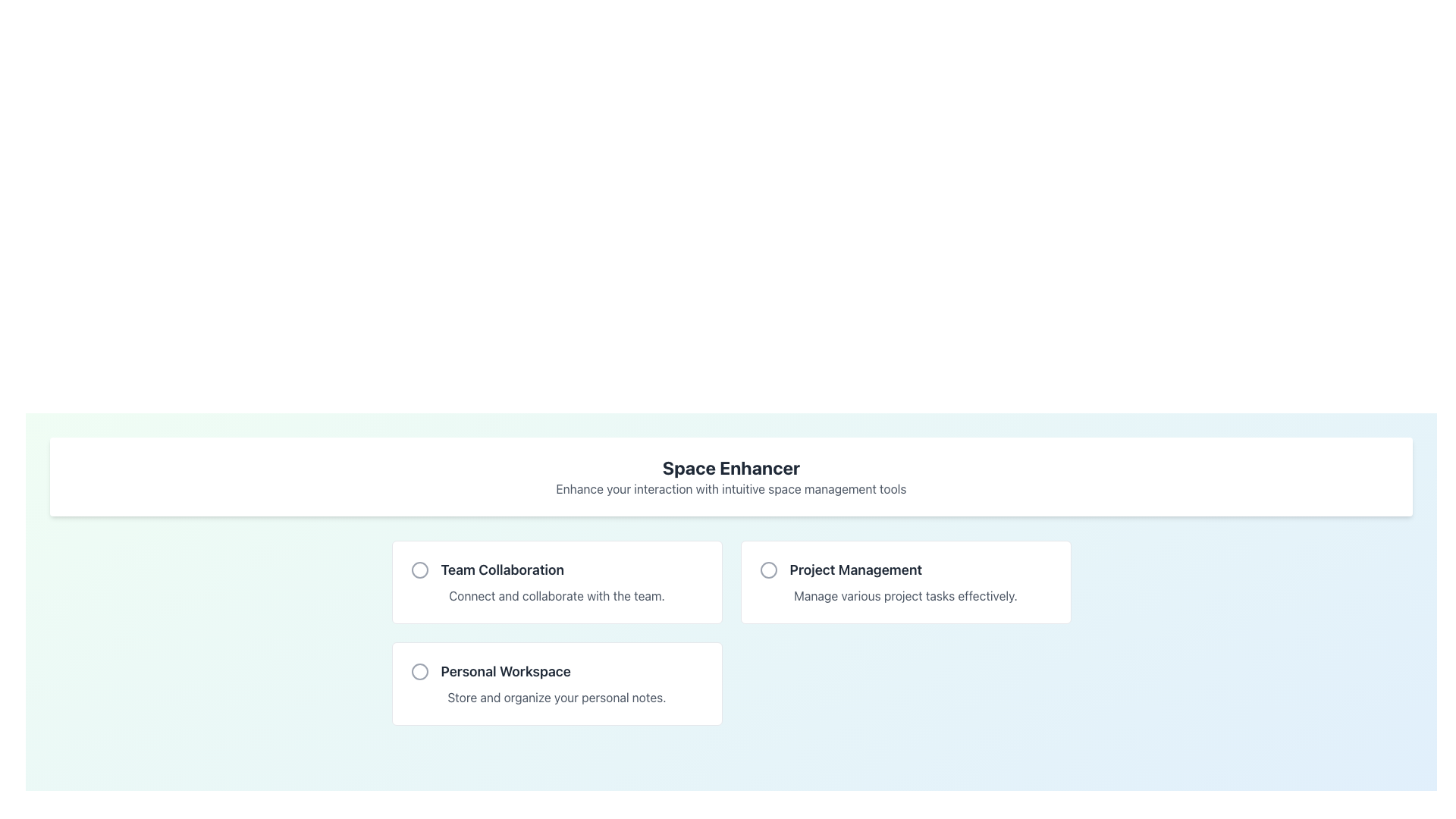 The height and width of the screenshot is (819, 1456). Describe the element at coordinates (768, 570) in the screenshot. I see `the decorative circular icon located at the center of the right-hand 'Project Management' option within the list of features` at that location.